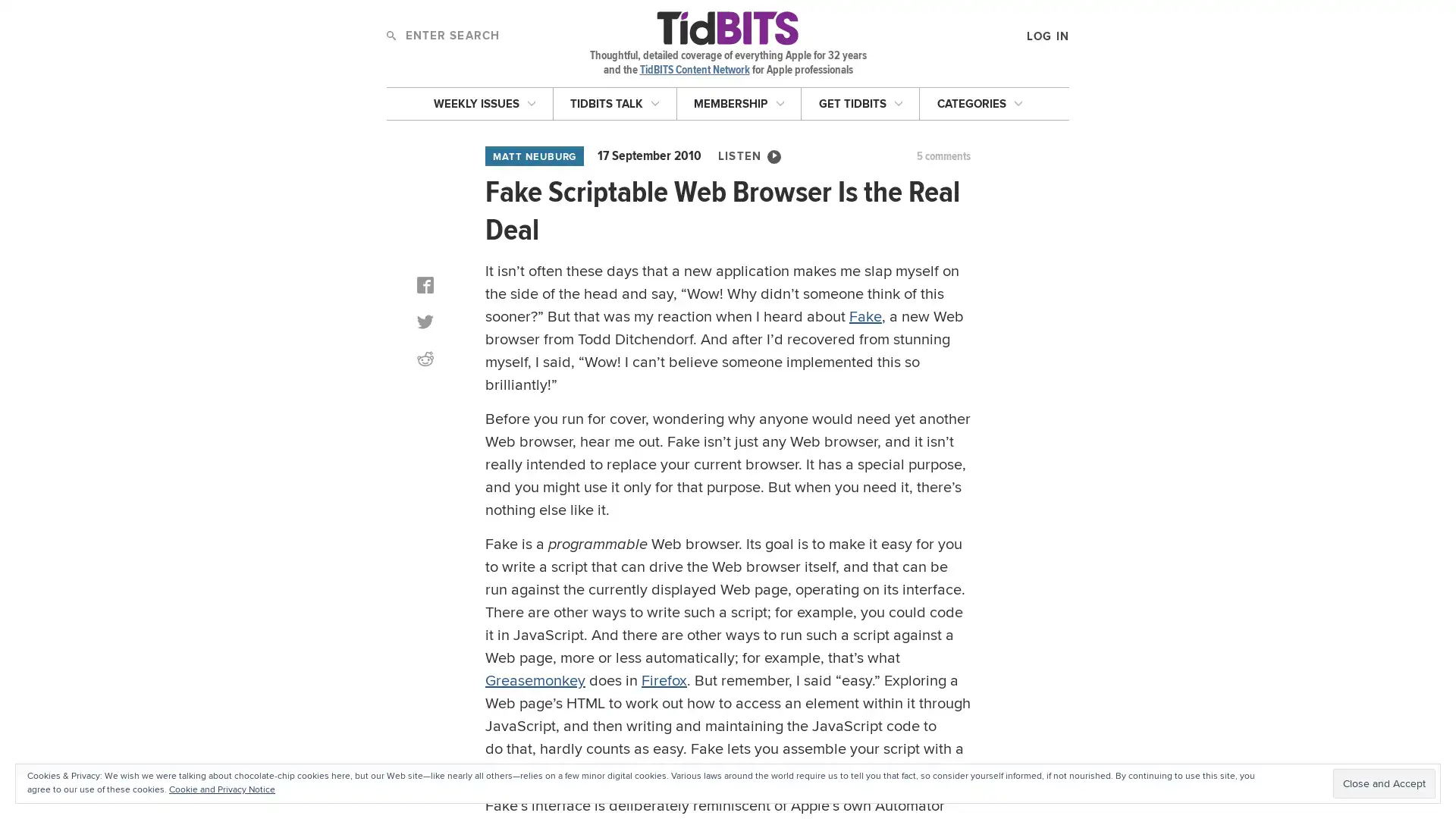  I want to click on Close and Accept, so click(1384, 783).